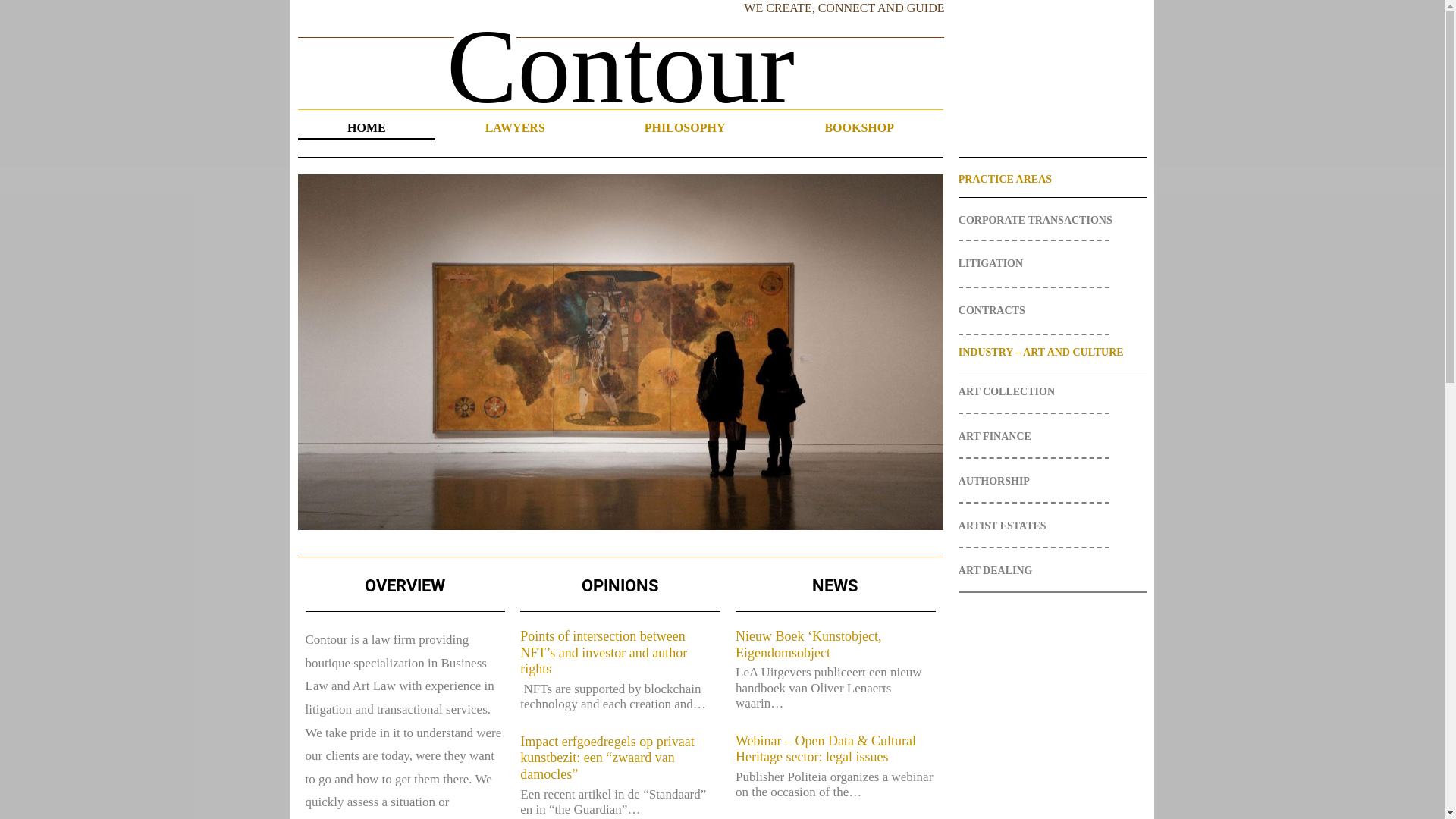 This screenshot has height=819, width=1456. What do you see at coordinates (366, 127) in the screenshot?
I see `'HOME'` at bounding box center [366, 127].